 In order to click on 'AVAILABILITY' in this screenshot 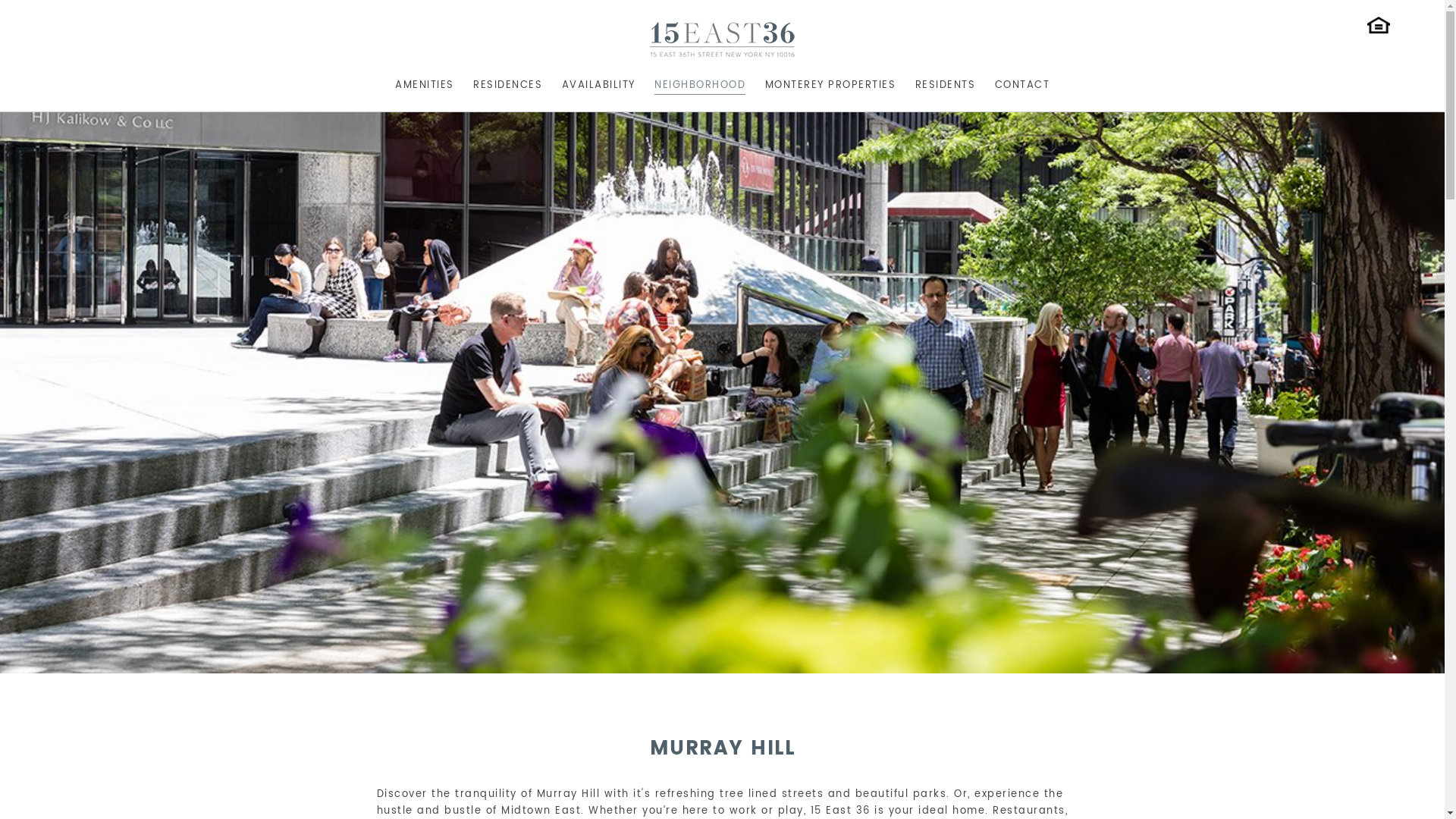, I will do `click(597, 83)`.